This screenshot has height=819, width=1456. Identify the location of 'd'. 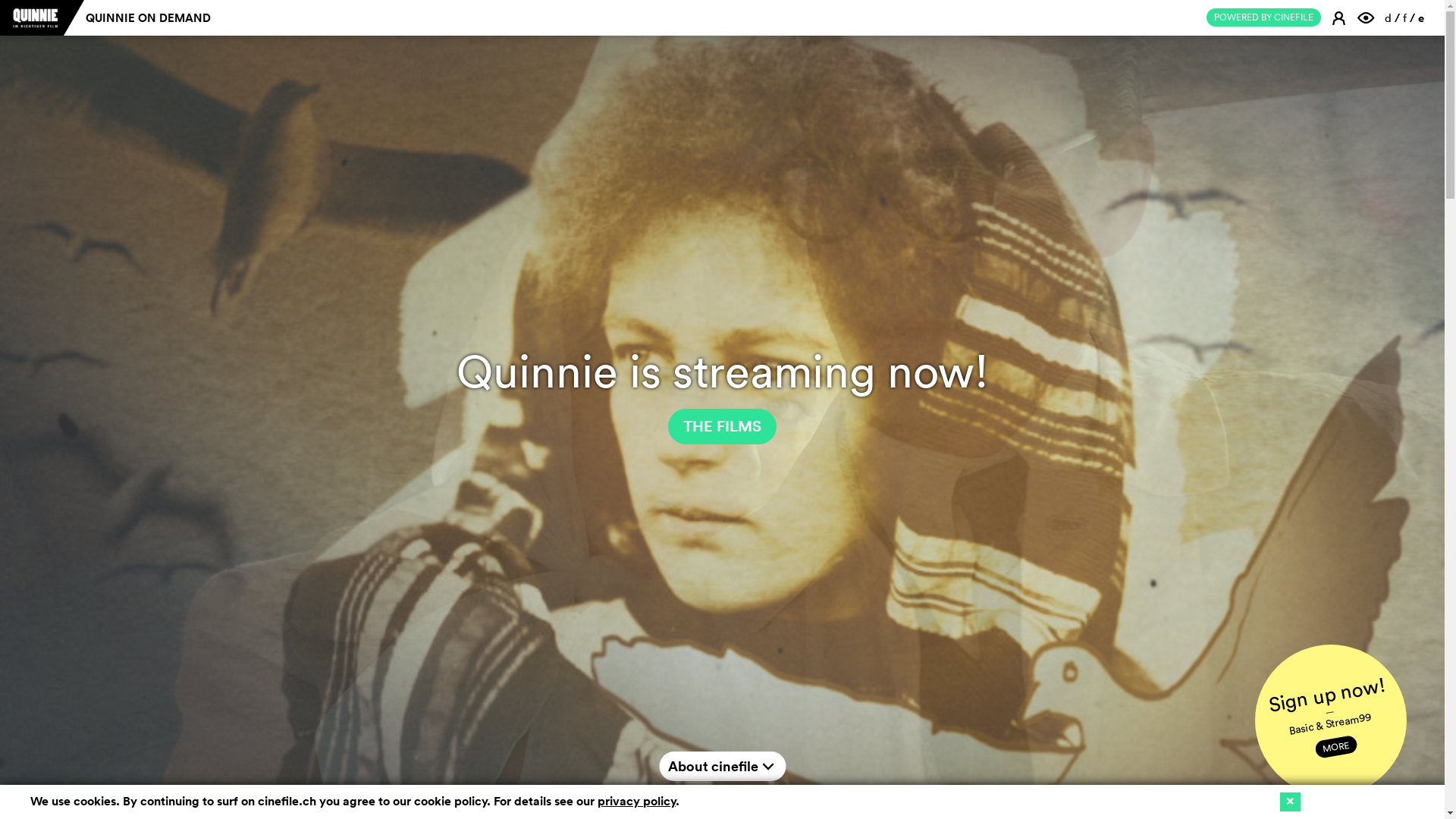
(1388, 17).